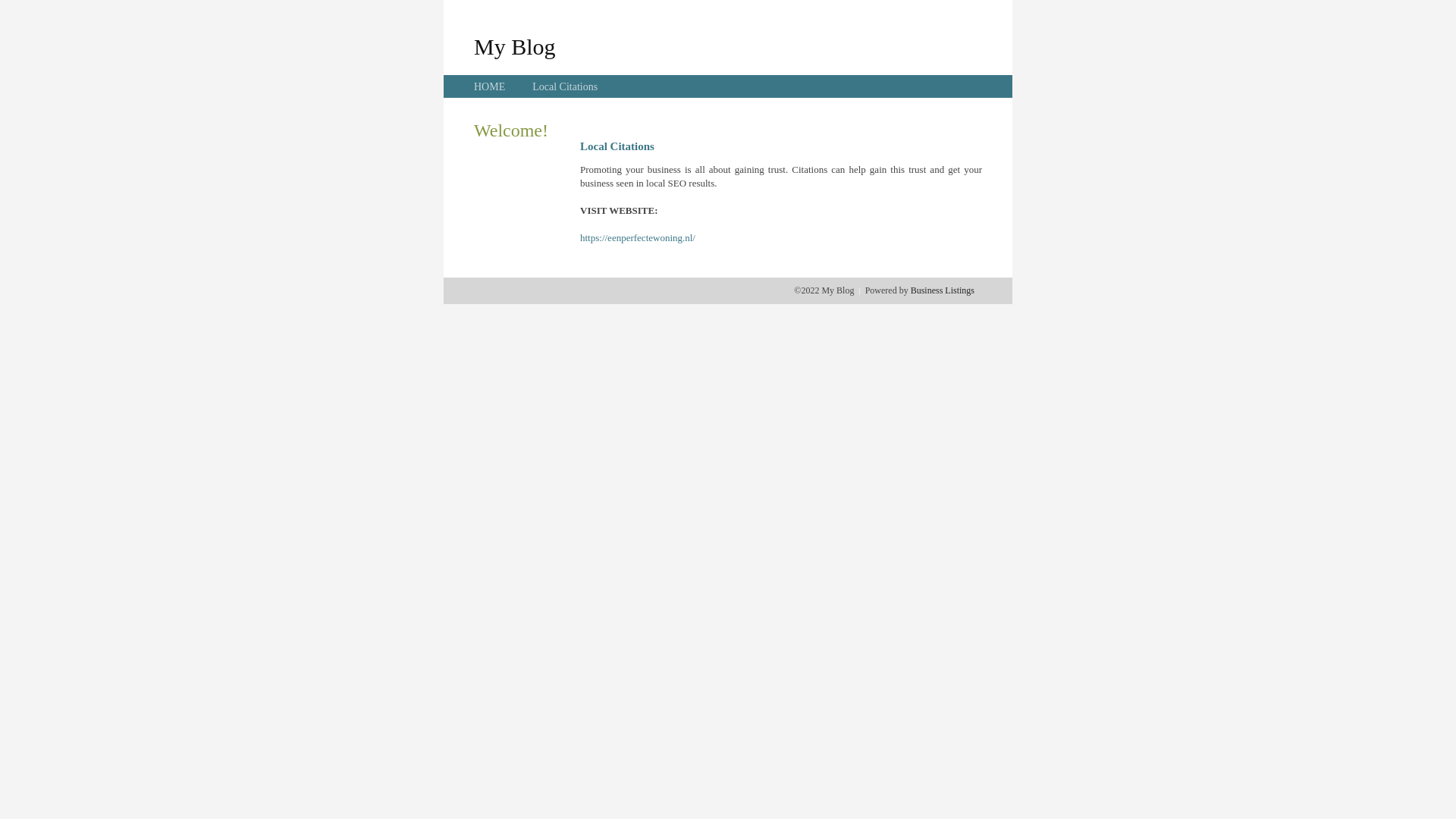 Image resolution: width=1456 pixels, height=819 pixels. What do you see at coordinates (942, 290) in the screenshot?
I see `'Business Listings'` at bounding box center [942, 290].